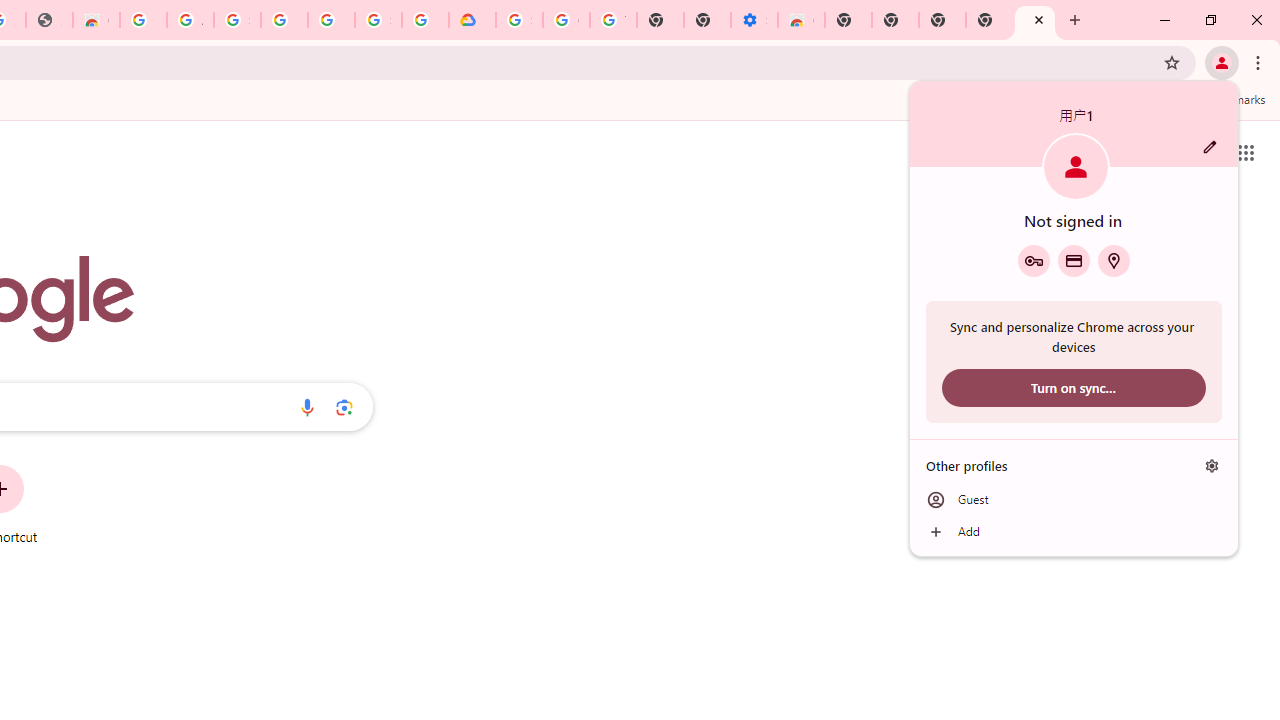  I want to click on 'Ad Settings', so click(190, 20).